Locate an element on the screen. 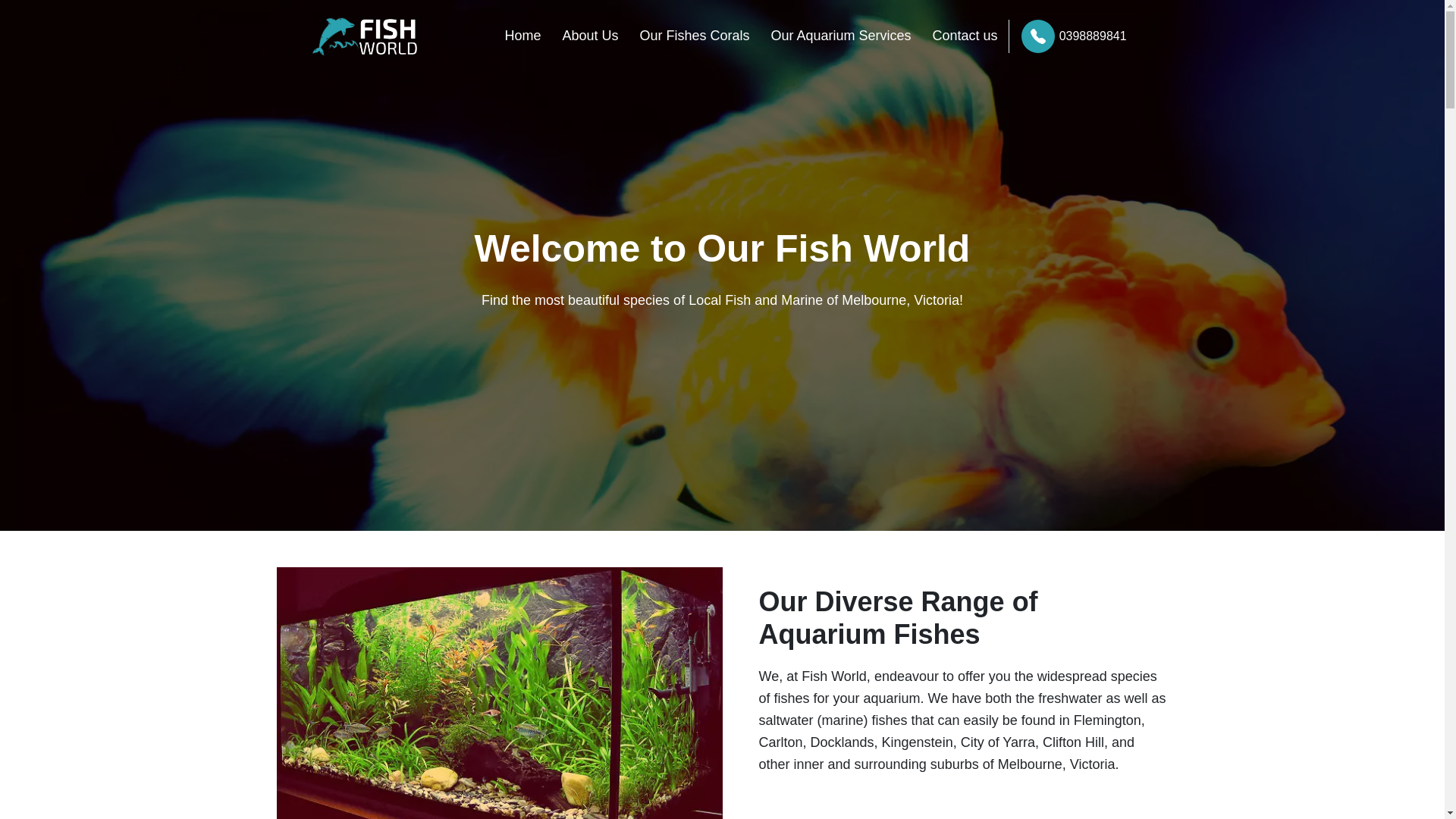 The width and height of the screenshot is (1456, 819). 'Our Fishes Corals' is located at coordinates (693, 35).